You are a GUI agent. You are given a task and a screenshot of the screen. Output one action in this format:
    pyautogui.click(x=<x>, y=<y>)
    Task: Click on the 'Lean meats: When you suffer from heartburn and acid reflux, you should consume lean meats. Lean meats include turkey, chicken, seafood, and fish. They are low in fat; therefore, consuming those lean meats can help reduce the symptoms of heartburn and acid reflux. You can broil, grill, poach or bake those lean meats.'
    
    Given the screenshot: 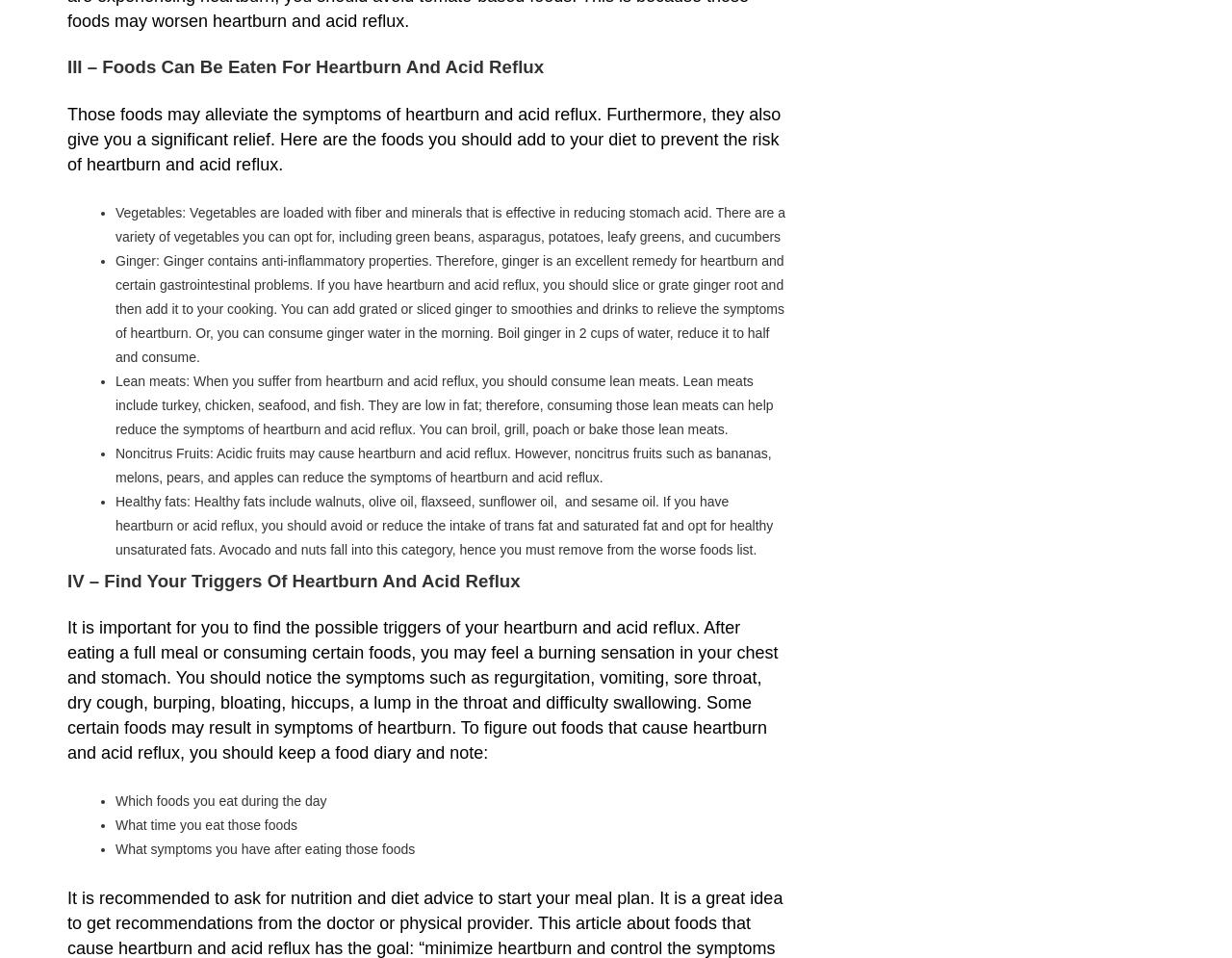 What is the action you would take?
    pyautogui.click(x=443, y=403)
    